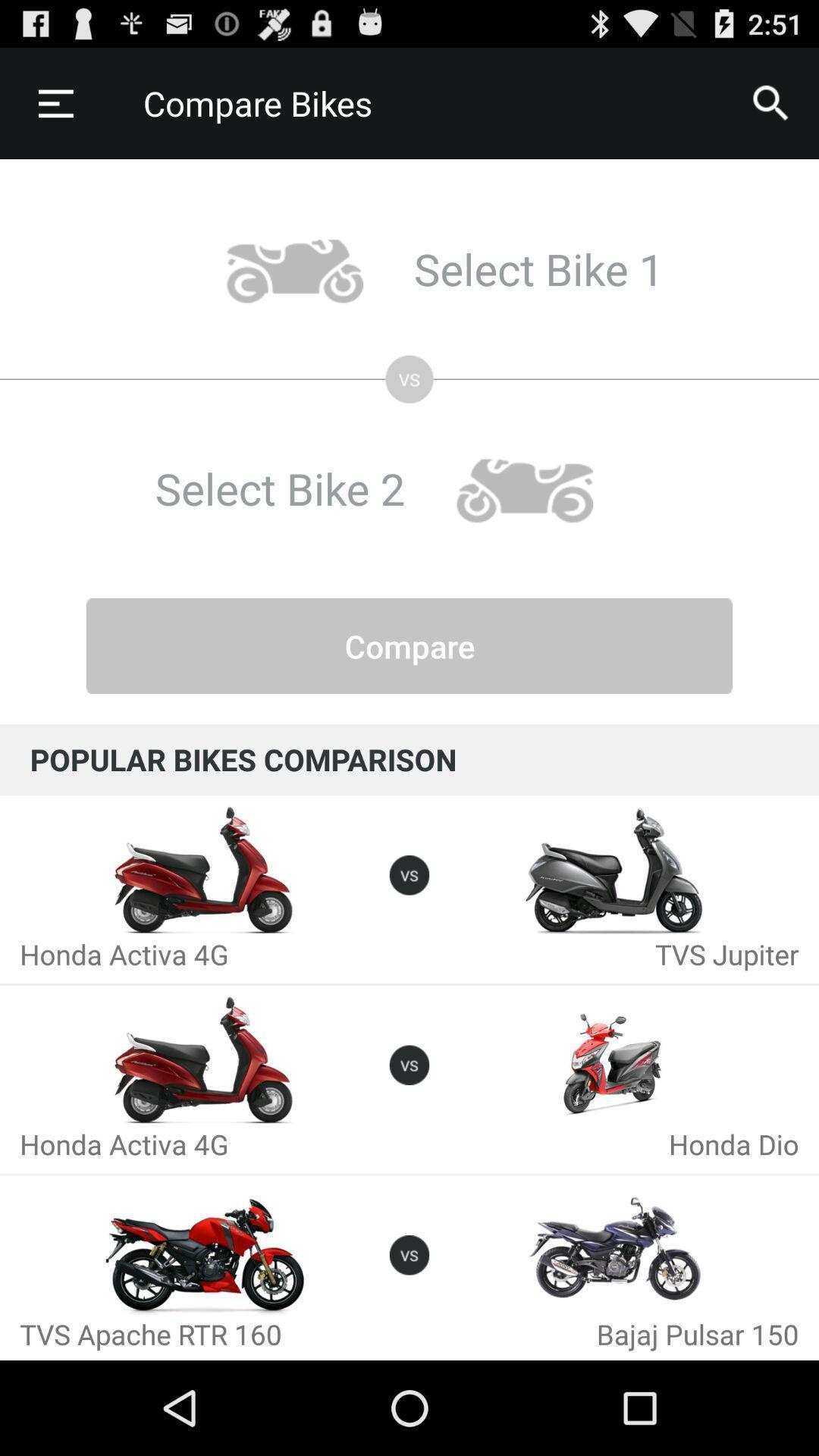 The image size is (819, 1456). Describe the element at coordinates (771, 102) in the screenshot. I see `the item at the top right corner` at that location.